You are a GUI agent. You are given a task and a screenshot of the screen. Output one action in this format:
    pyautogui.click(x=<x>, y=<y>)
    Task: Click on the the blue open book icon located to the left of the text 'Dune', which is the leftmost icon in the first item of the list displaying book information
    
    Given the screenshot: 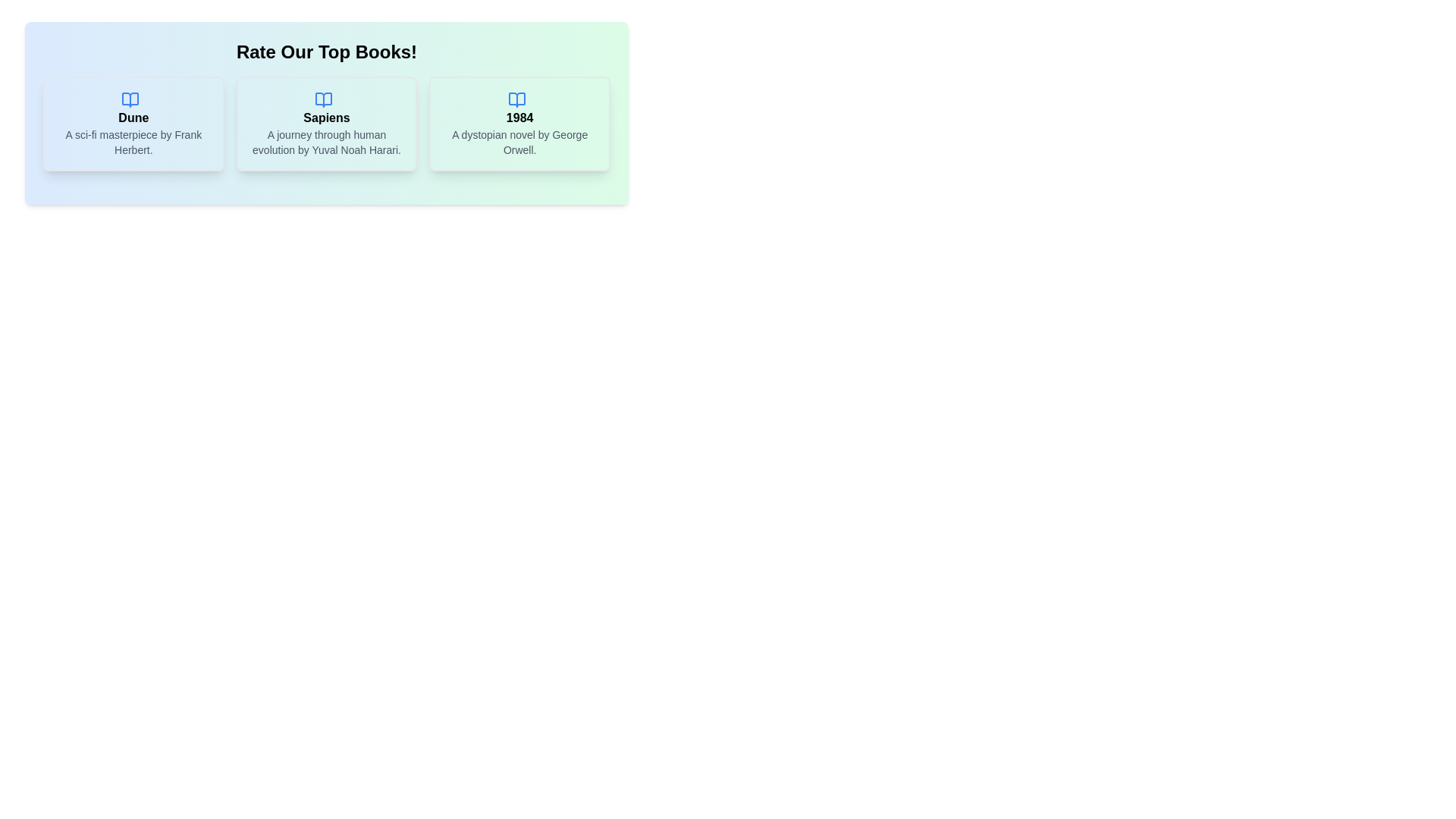 What is the action you would take?
    pyautogui.click(x=130, y=99)
    